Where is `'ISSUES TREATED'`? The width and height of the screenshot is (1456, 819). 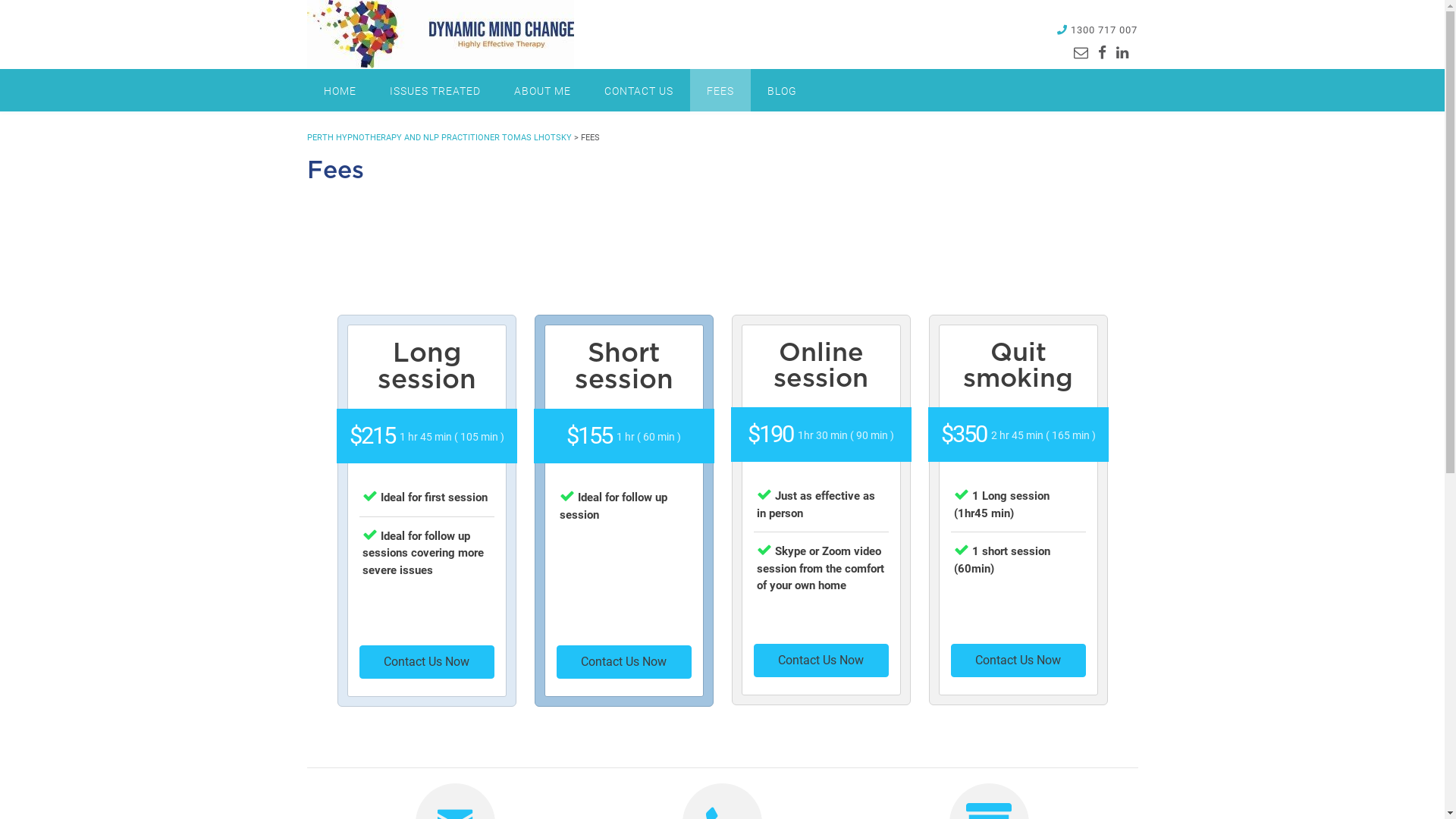
'ISSUES TREATED' is located at coordinates (435, 90).